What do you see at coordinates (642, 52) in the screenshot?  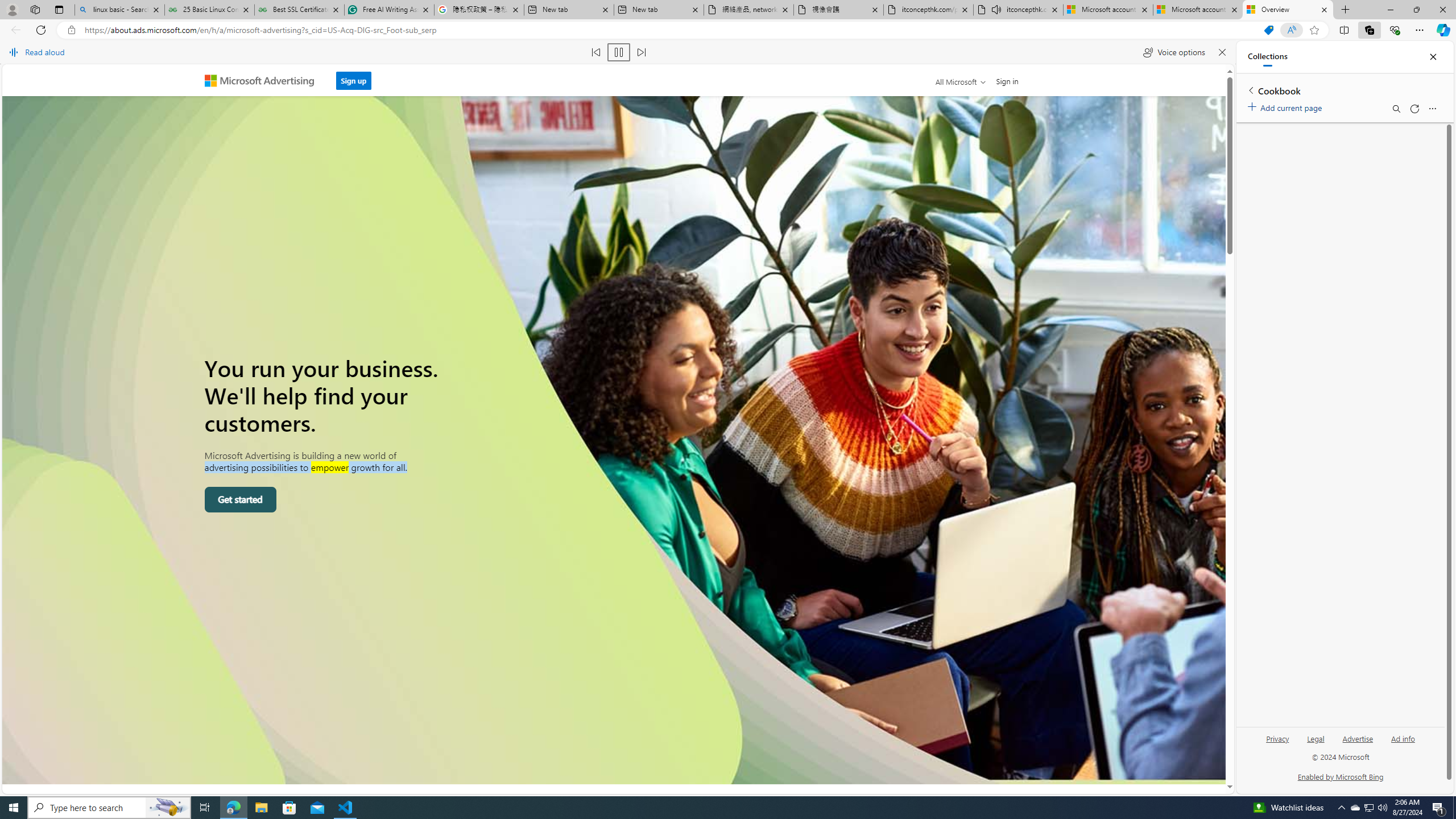 I see `'Read next paragraph'` at bounding box center [642, 52].